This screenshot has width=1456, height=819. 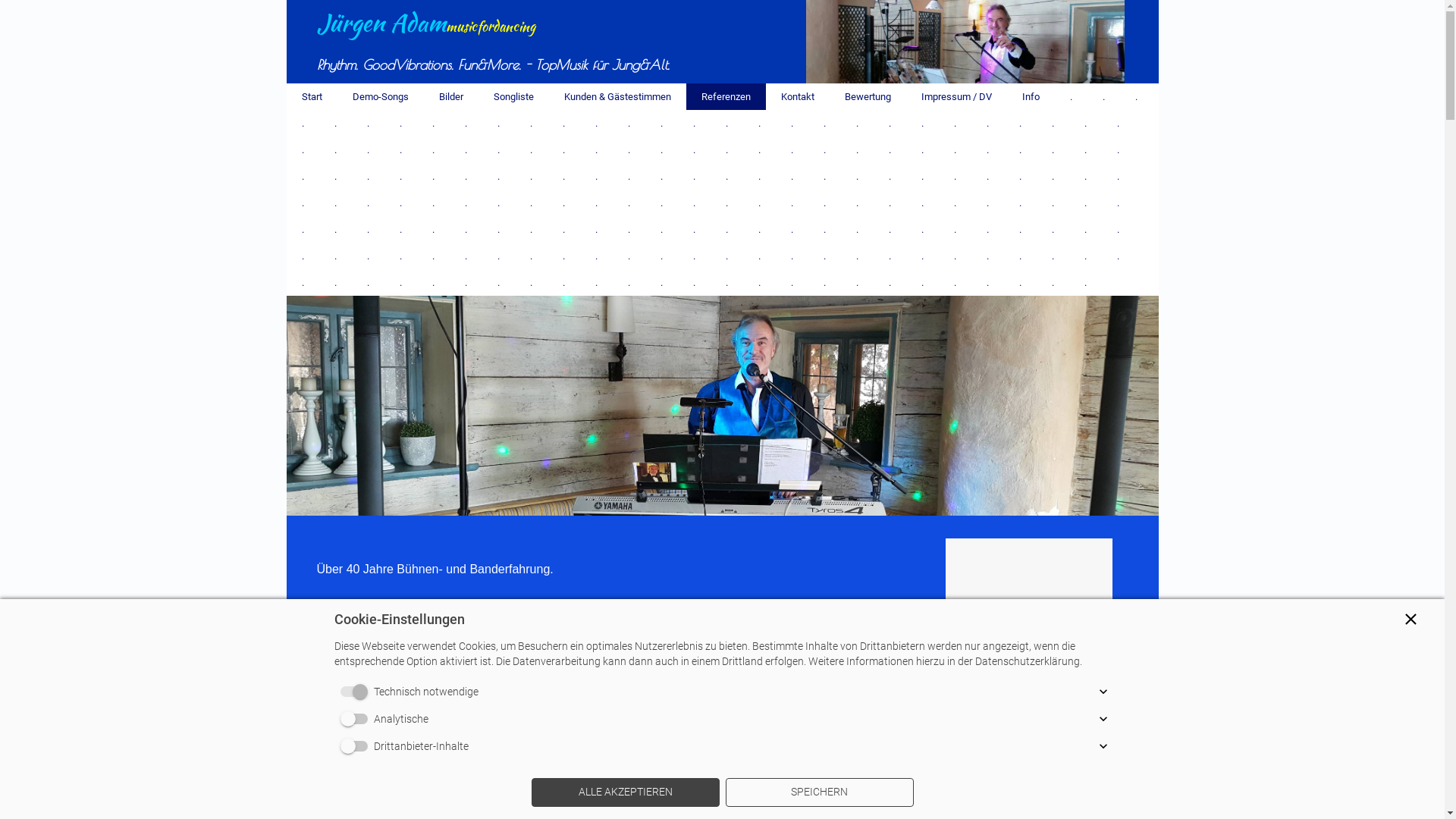 I want to click on 'Info', so click(x=1031, y=96).